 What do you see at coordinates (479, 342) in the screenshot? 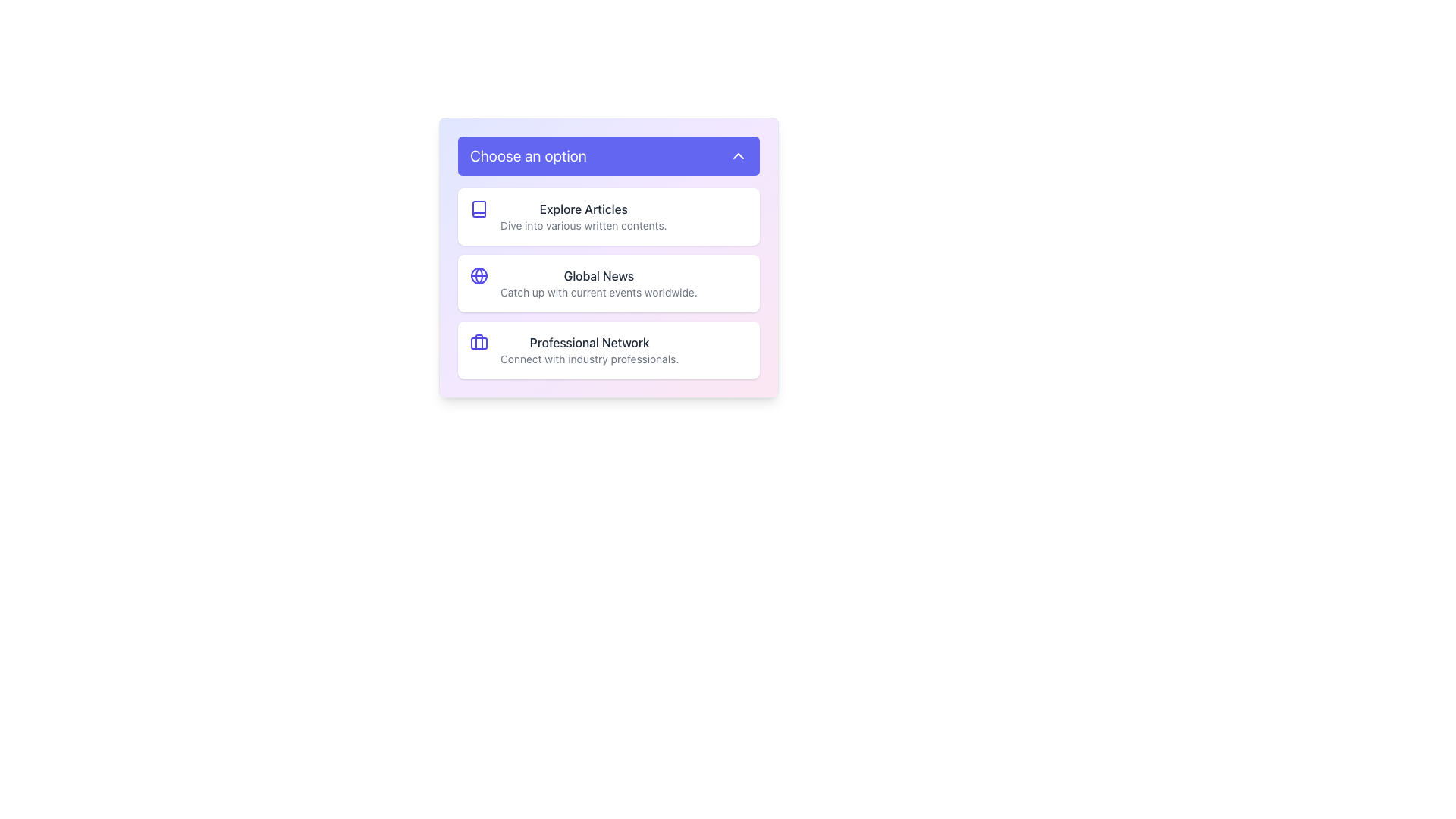
I see `the indigo-colored briefcase icon located to the left of the 'Professional Network' text within its card` at bounding box center [479, 342].